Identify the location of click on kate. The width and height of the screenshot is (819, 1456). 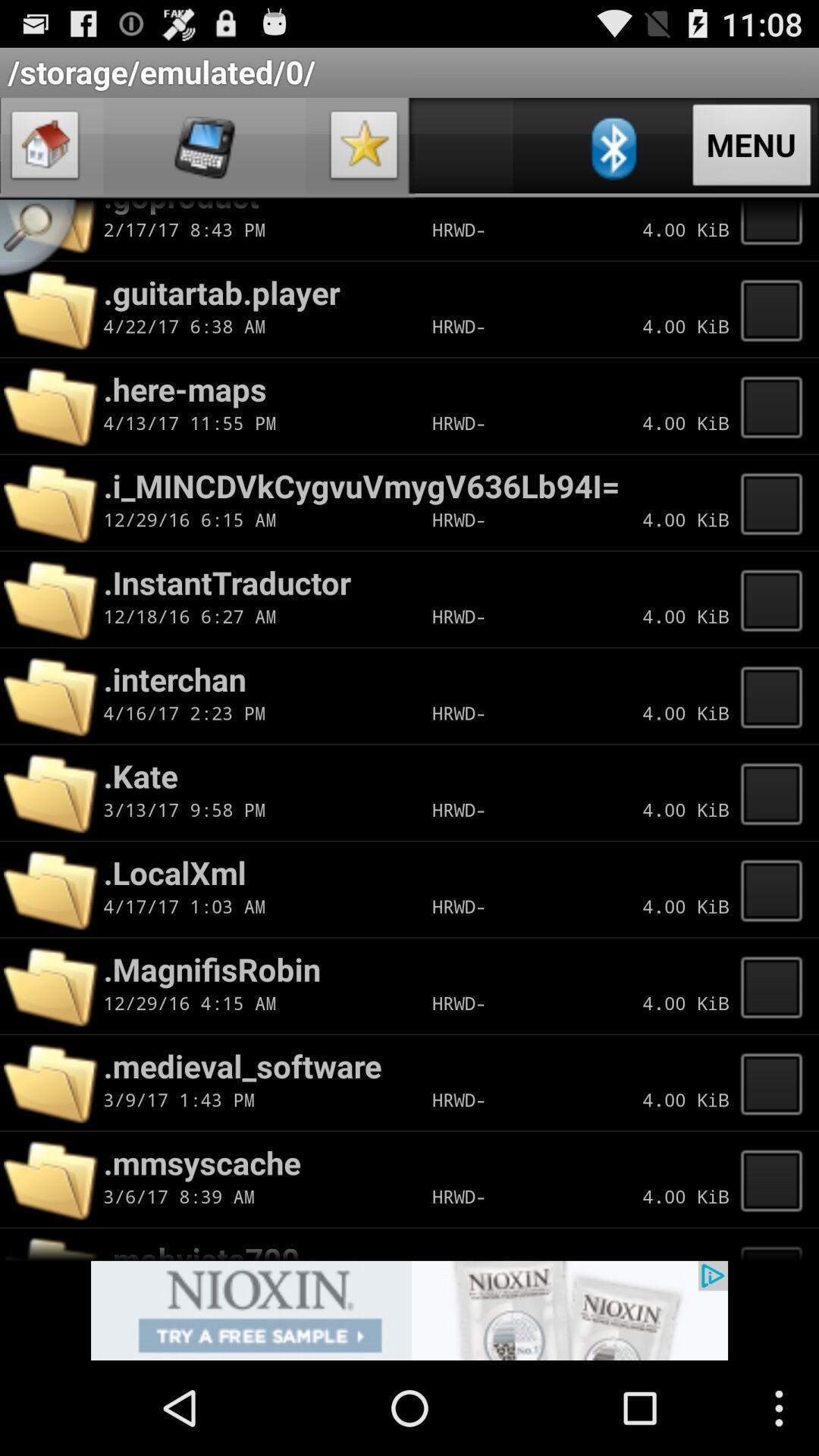
(776, 792).